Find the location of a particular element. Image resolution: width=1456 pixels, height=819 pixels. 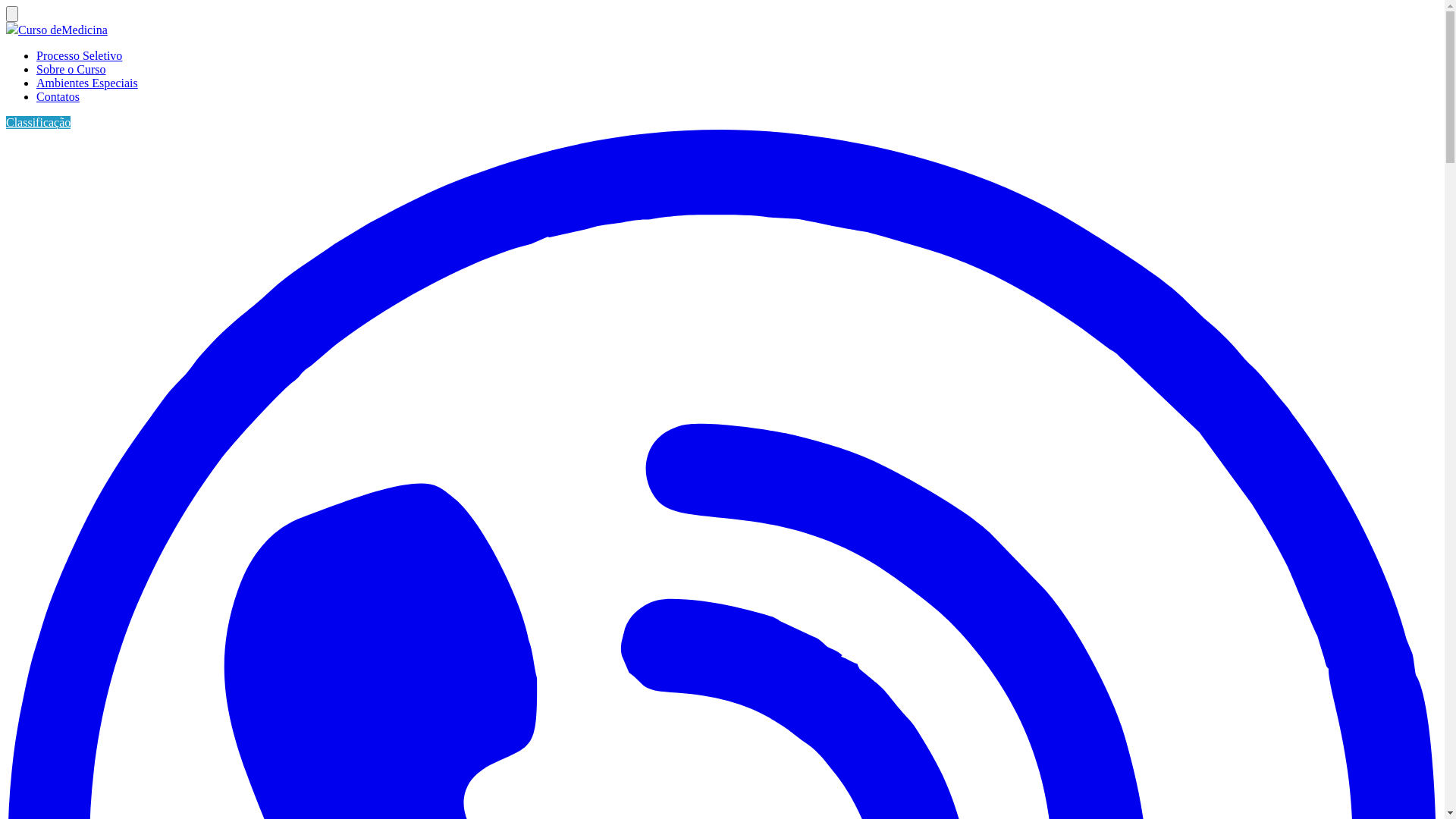

'Ambientes Especiais' is located at coordinates (86, 83).